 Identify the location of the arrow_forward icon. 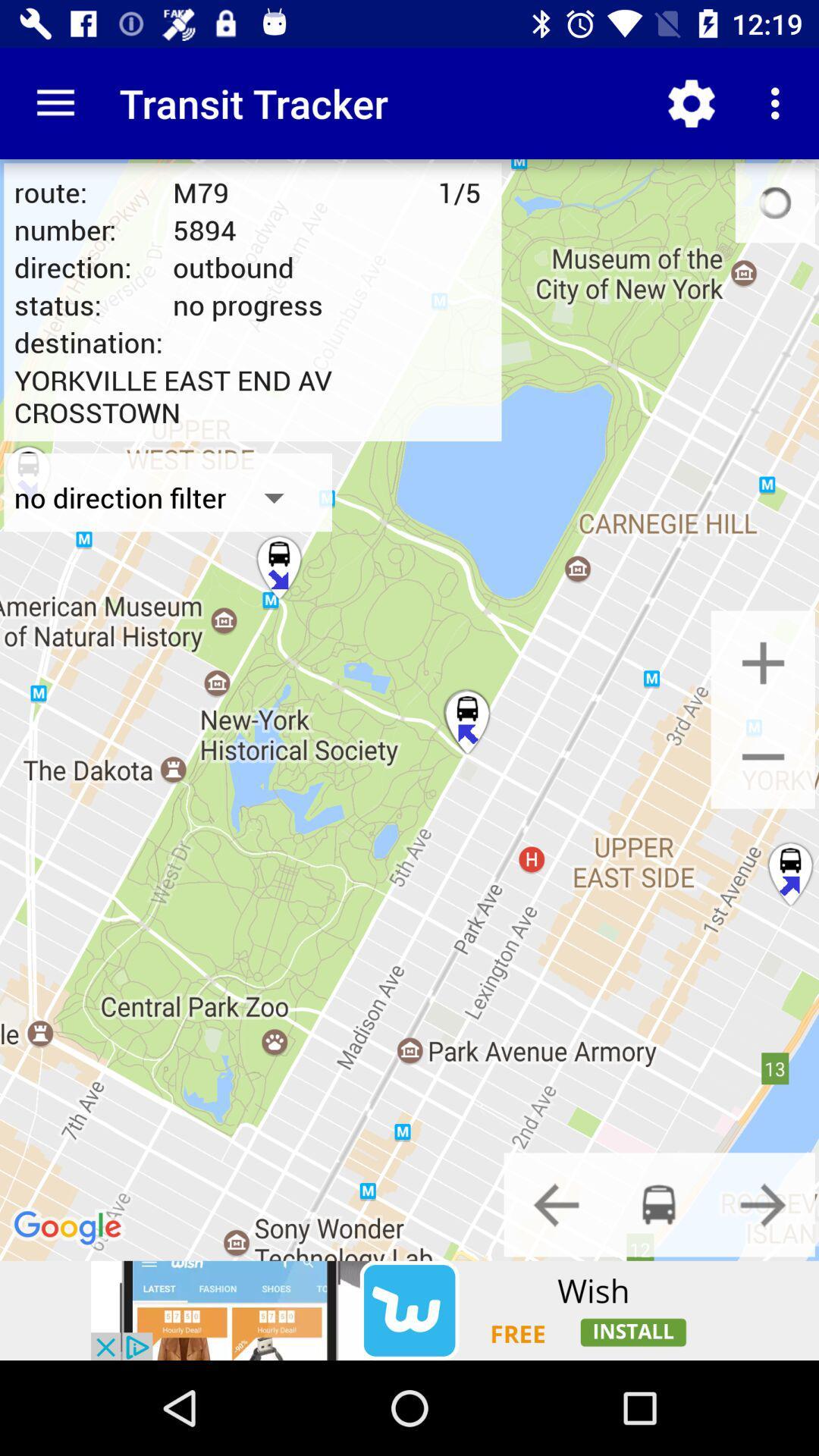
(763, 1203).